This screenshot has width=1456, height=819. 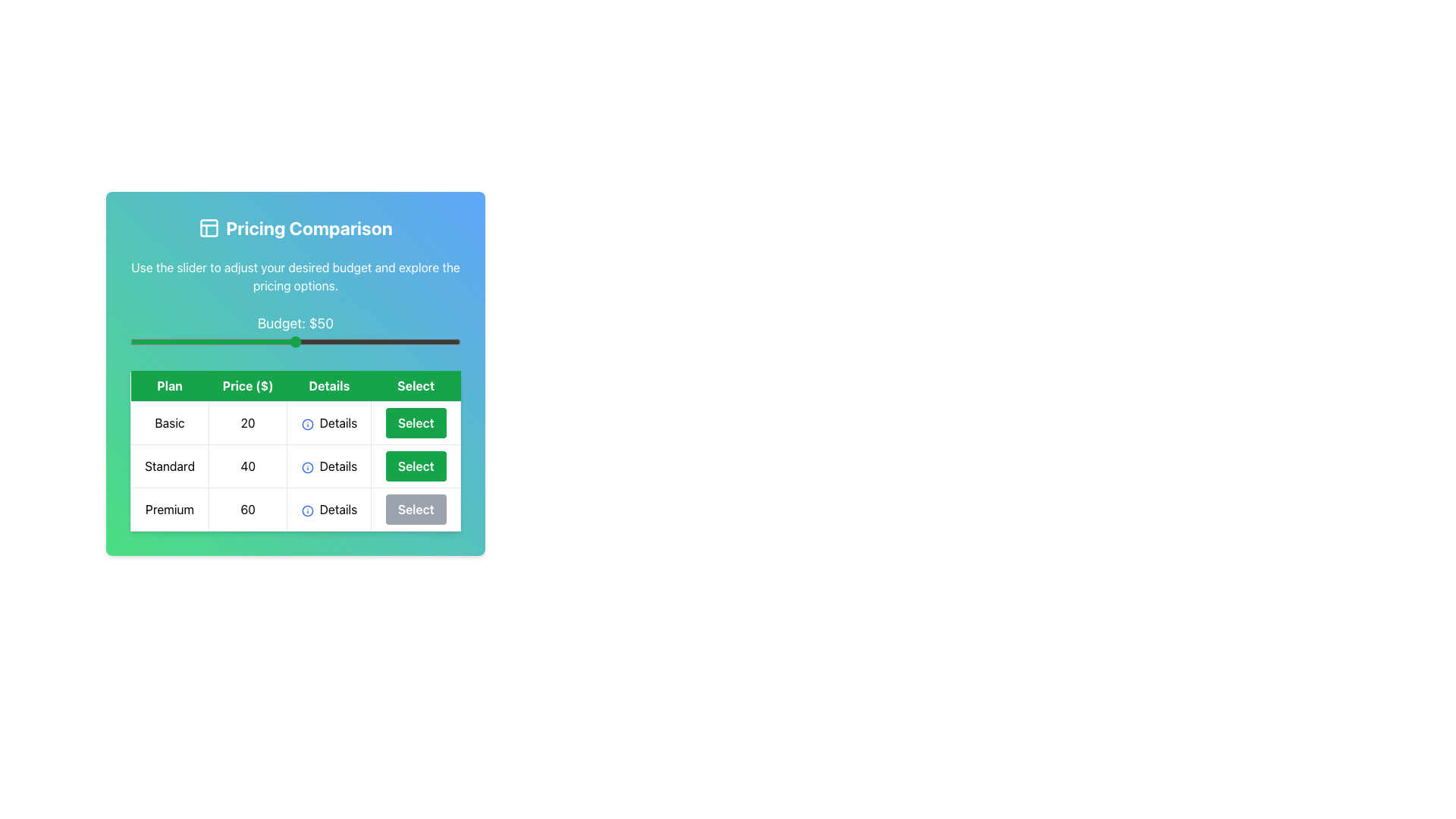 What do you see at coordinates (295, 277) in the screenshot?
I see `instructions displayed in the text element located below the 'Pricing Comparison' title and above the 'Budget: $50' caption, which helps the user understand how to use the slider for adjusting the budget` at bounding box center [295, 277].